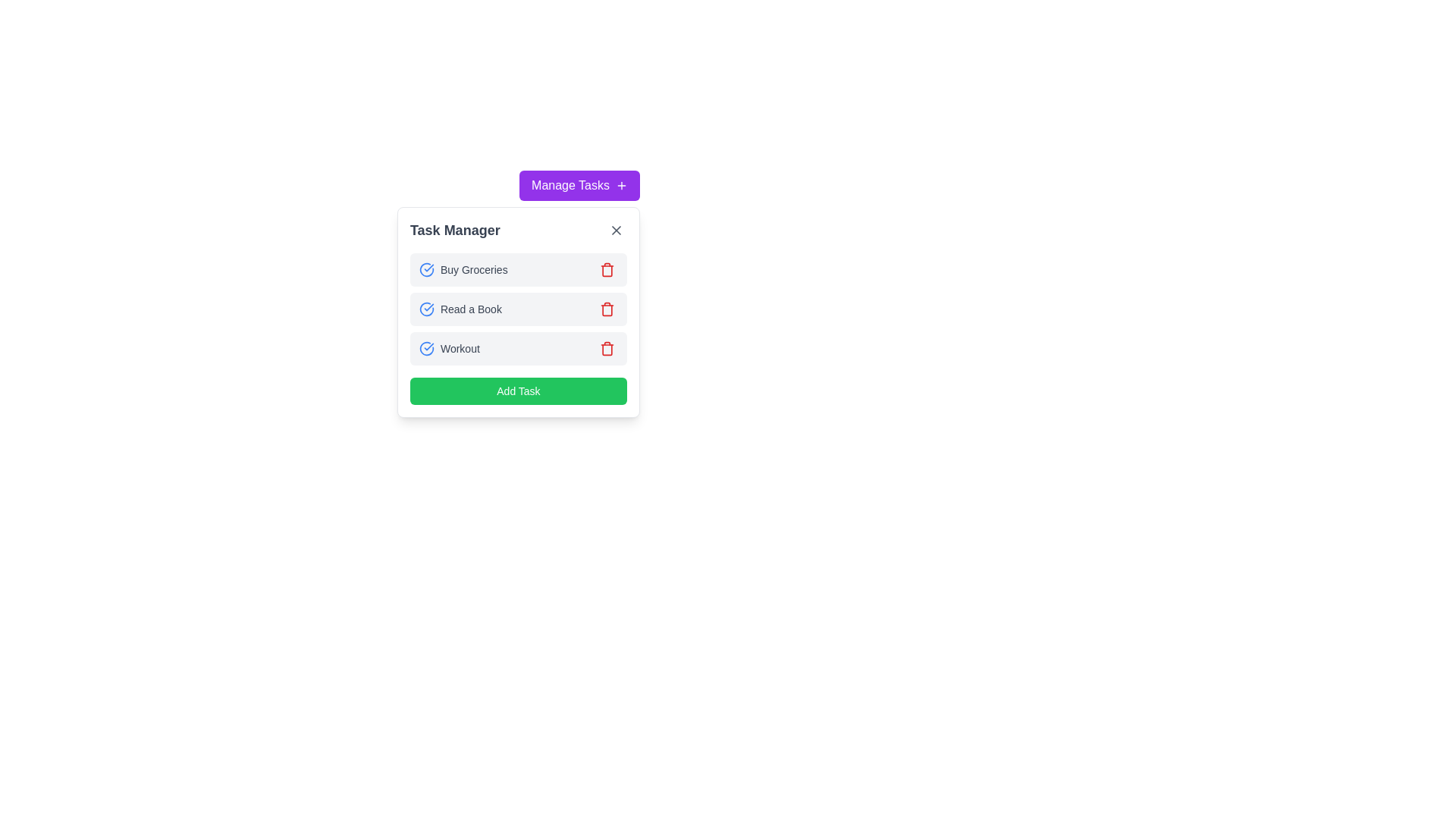 The image size is (1456, 819). Describe the element at coordinates (454, 231) in the screenshot. I see `the 'Task Manager' text element, which is bold, gray, and centrally aligned at the top of its card-like section` at that location.